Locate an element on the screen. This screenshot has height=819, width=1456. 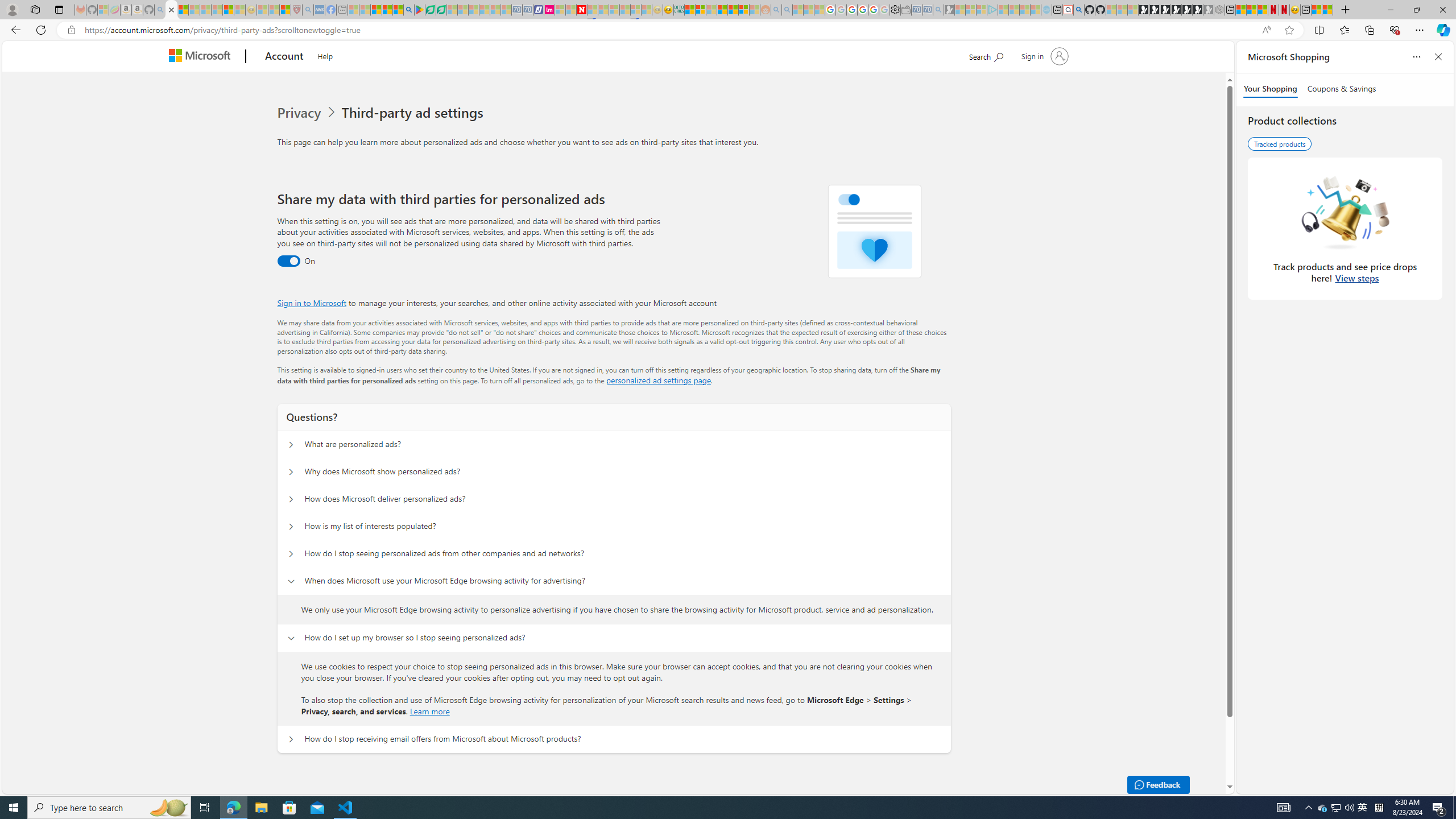
'Recipes - MSN - Sleeping' is located at coordinates (262, 9).